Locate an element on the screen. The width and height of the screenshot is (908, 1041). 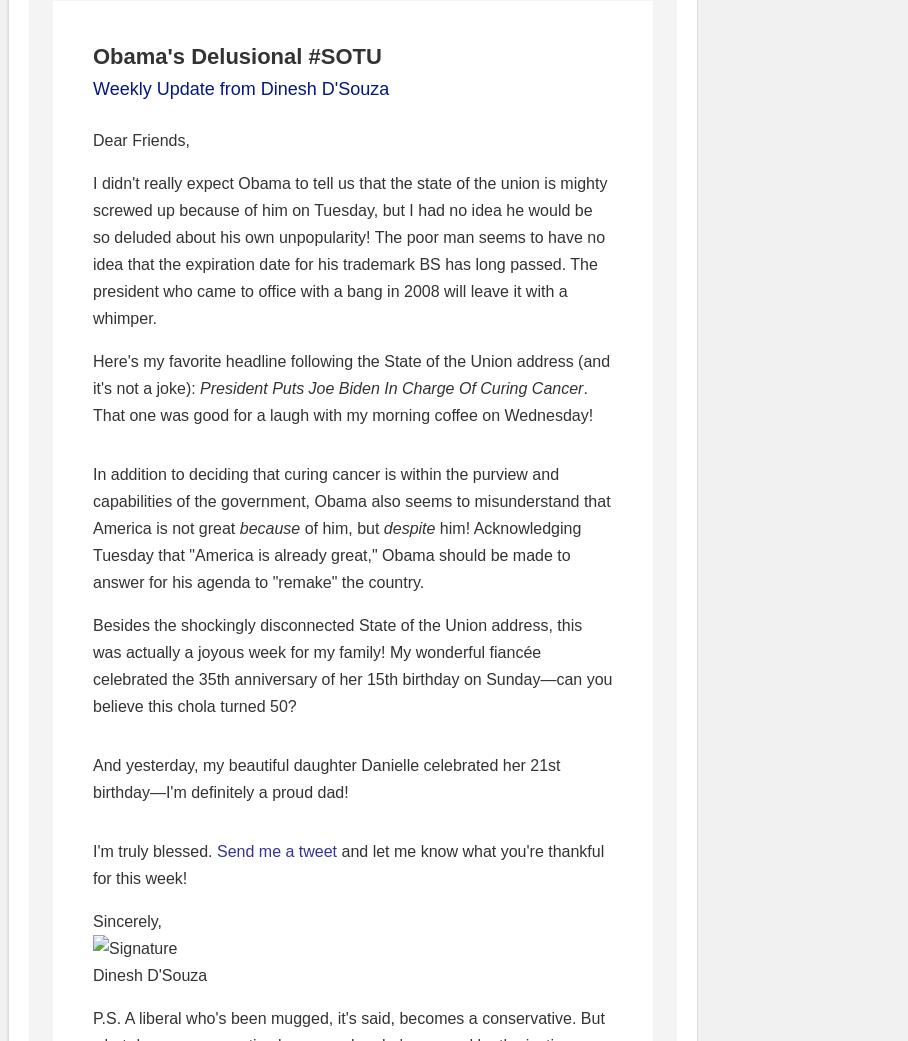
'In addition to deciding that curing cancer is within the purview and capabilities of the government, Obama also seems to misunderstand that America is not great' is located at coordinates (351, 500).